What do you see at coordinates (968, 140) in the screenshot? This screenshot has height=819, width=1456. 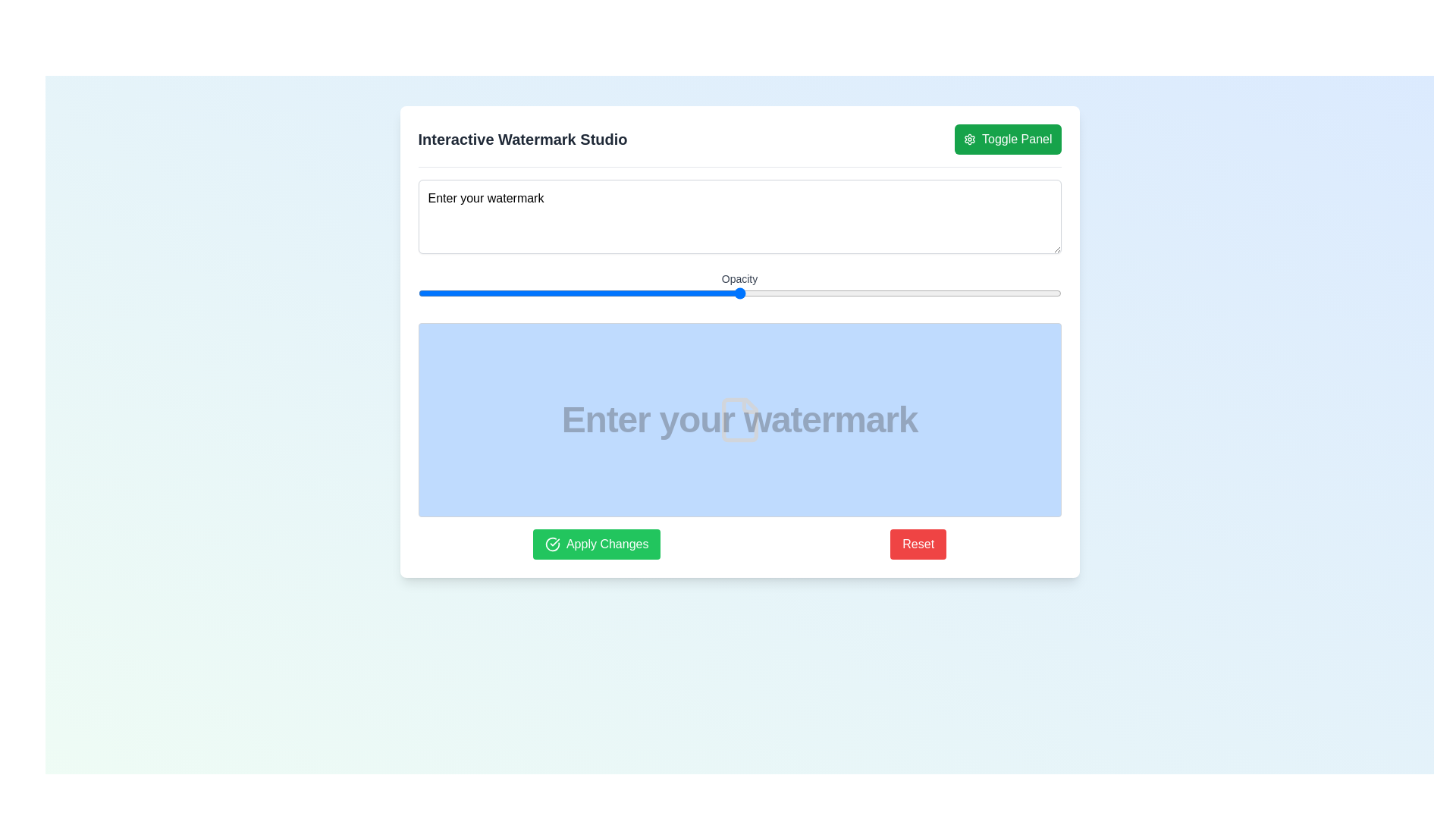 I see `the green settings gear icon located at the left side of the 'Toggle Panel' button at the top-right corner of the application's header` at bounding box center [968, 140].